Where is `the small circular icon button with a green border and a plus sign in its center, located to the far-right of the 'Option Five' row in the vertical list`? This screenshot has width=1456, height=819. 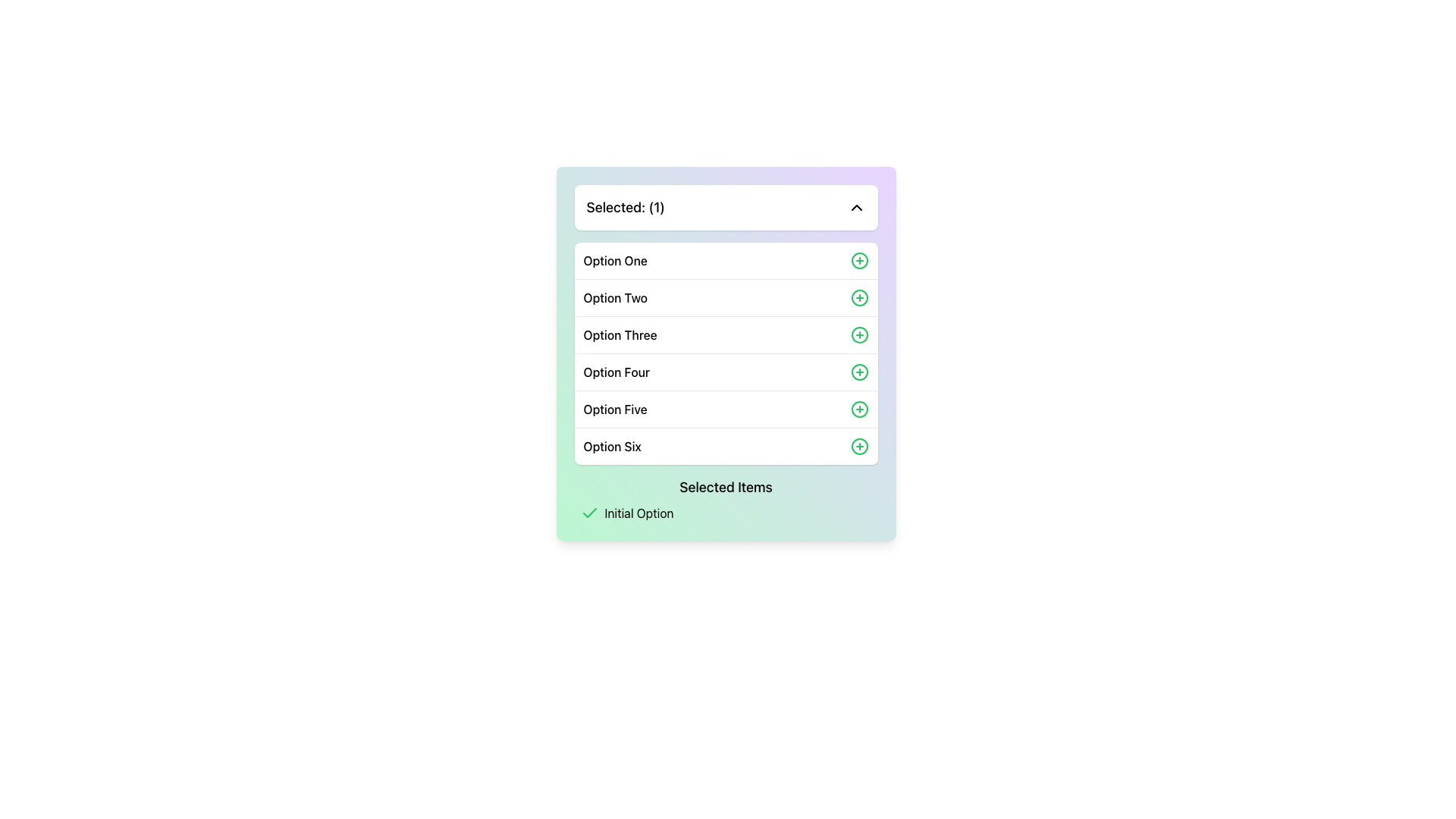 the small circular icon button with a green border and a plus sign in its center, located to the far-right of the 'Option Five' row in the vertical list is located at coordinates (859, 409).